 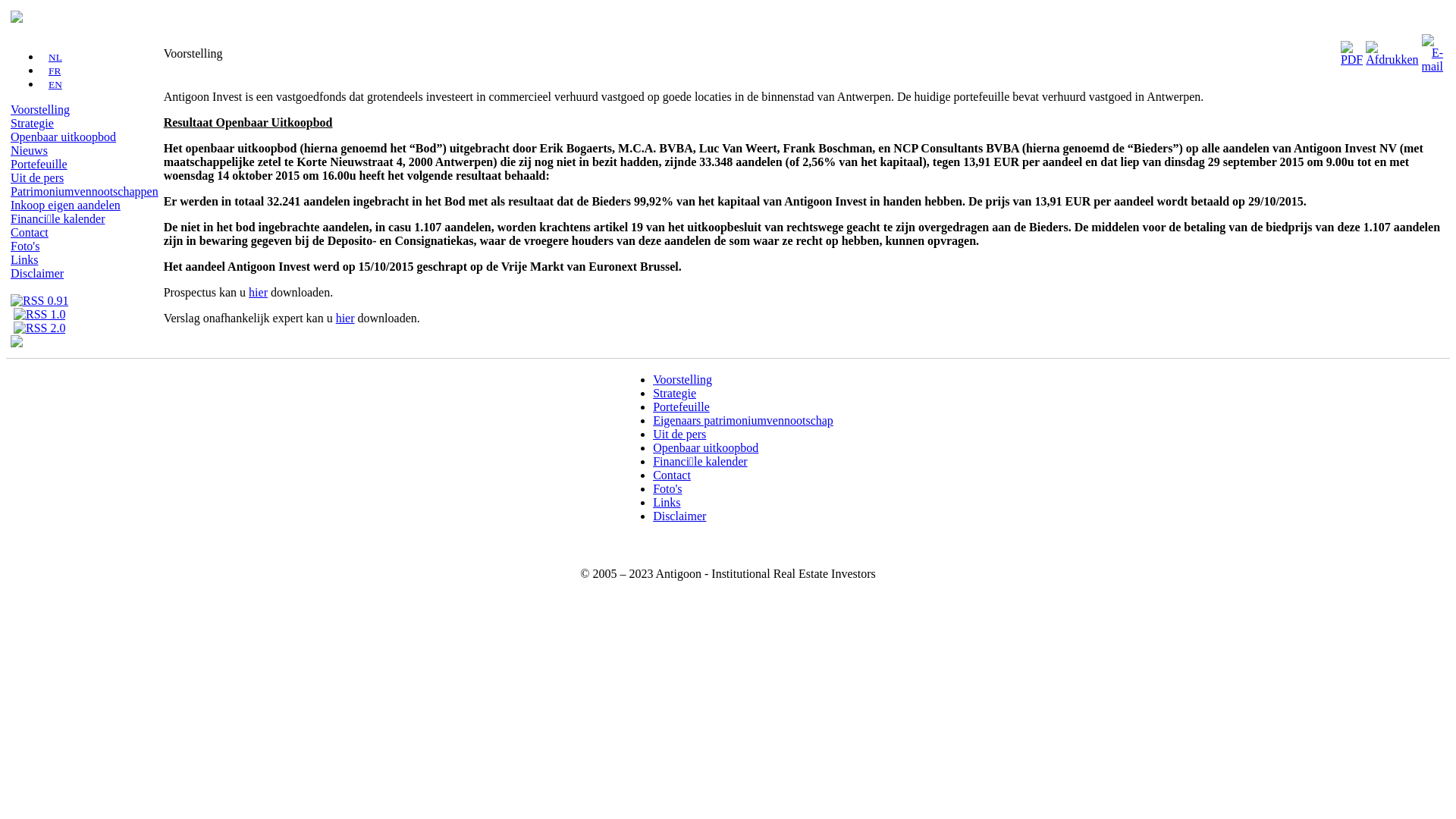 I want to click on 'Links', so click(x=652, y=502).